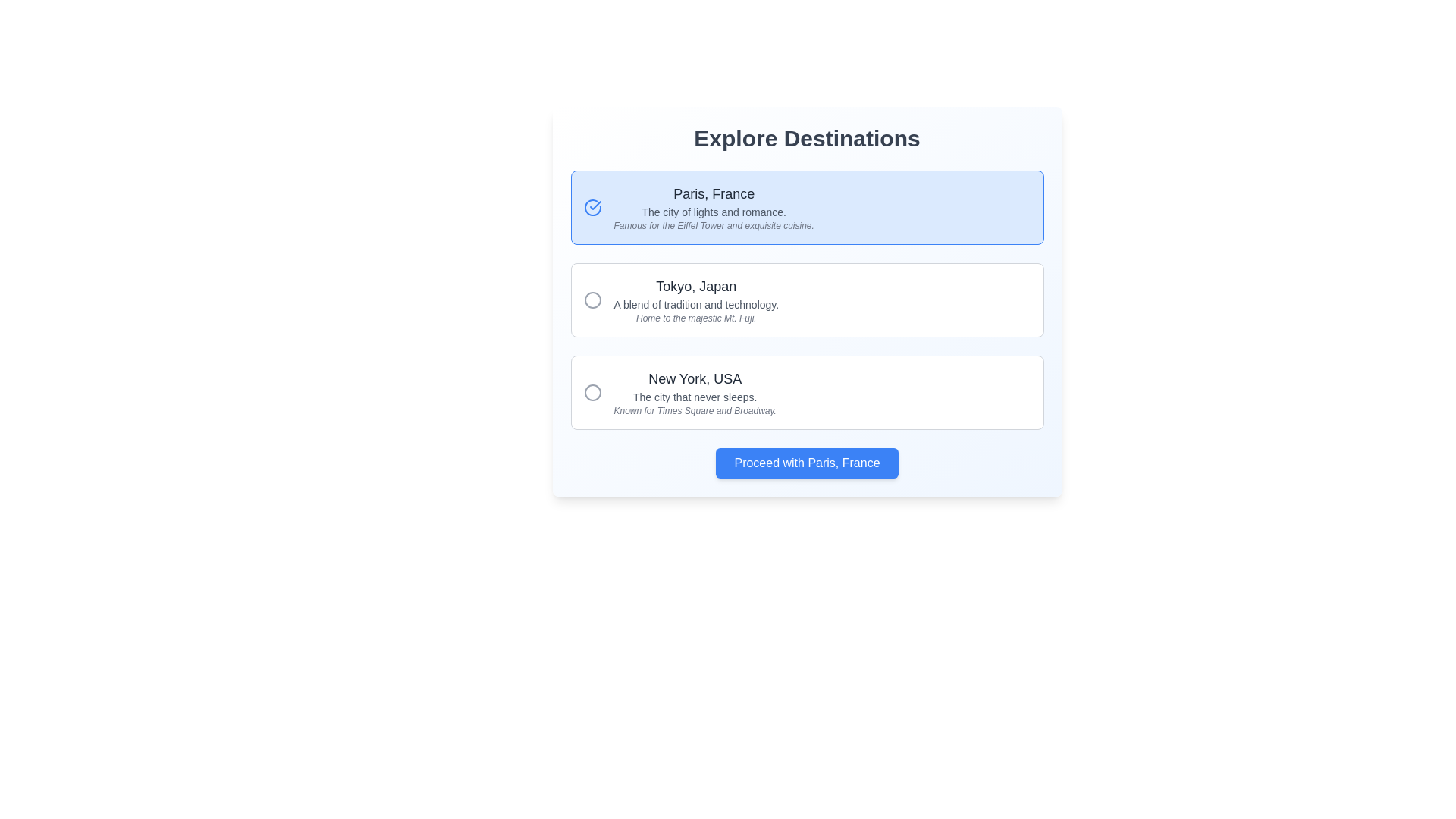 This screenshot has width=1456, height=819. I want to click on the static text label providing descriptive information about New York, USA, located below the text elements 'New York, USA' and 'The city that never sleeps.', so click(694, 411).